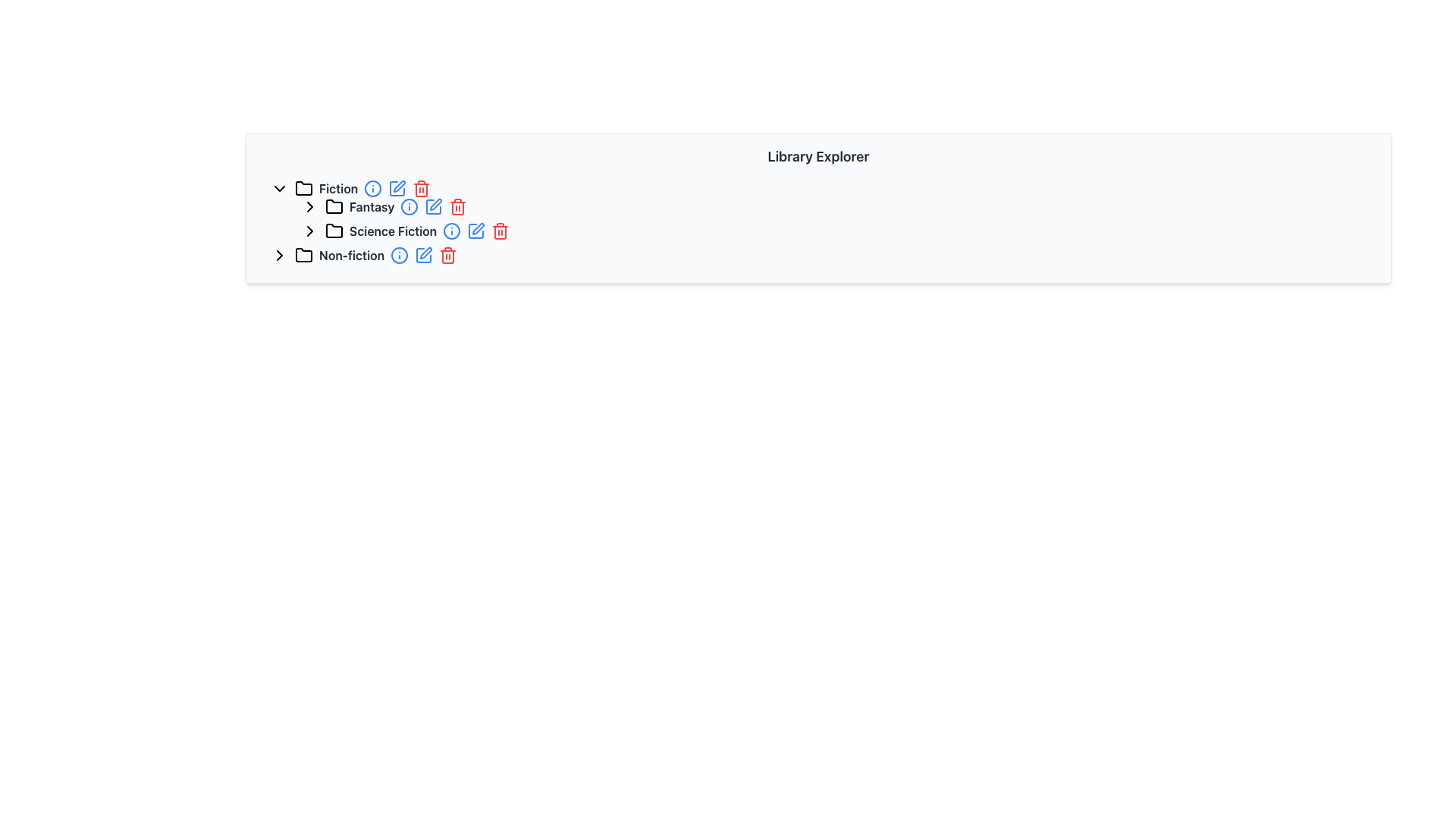  I want to click on the Toggle arrow icon adjacent to the 'Fantasy' label, so click(309, 207).